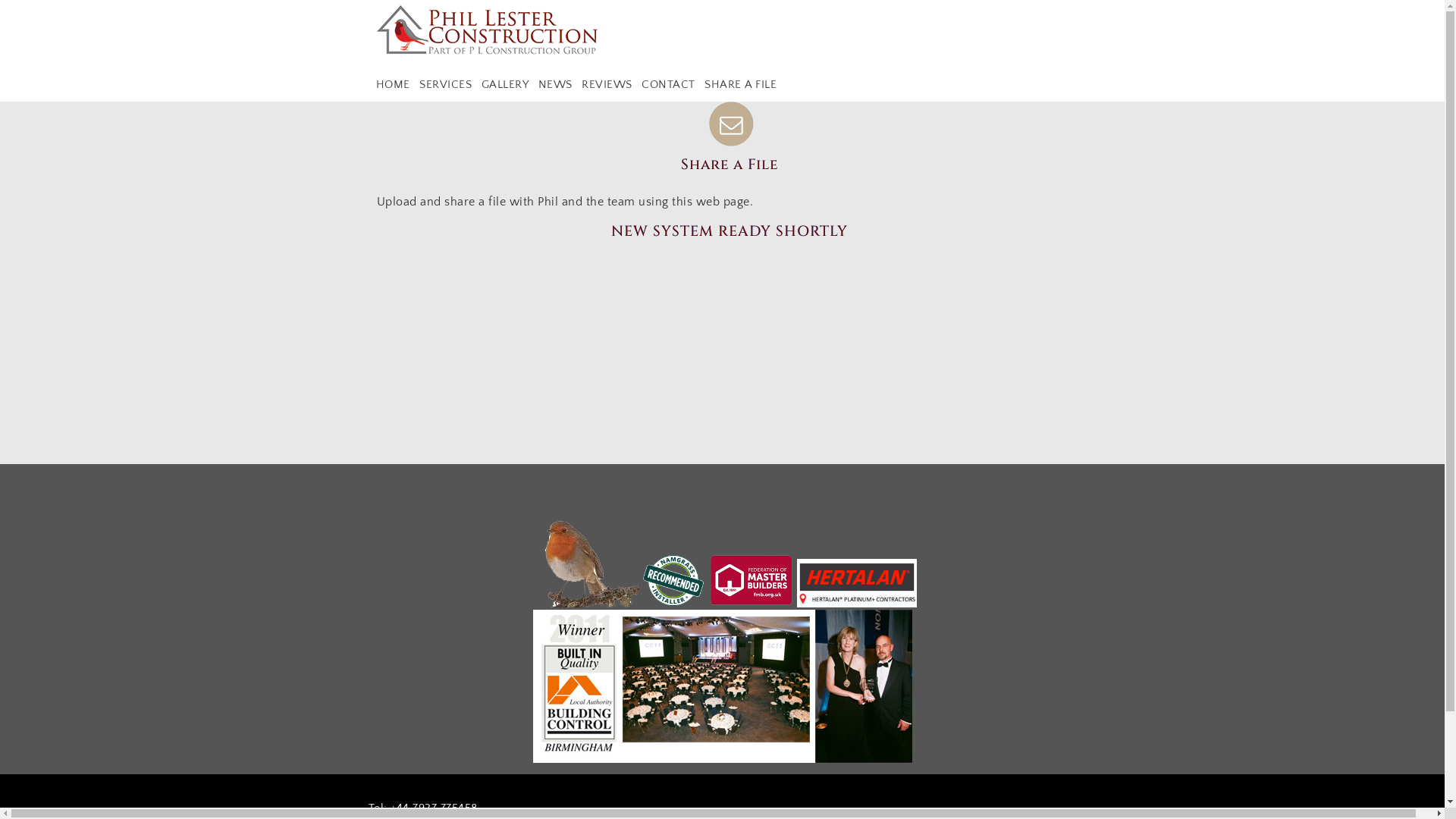 Image resolution: width=1456 pixels, height=819 pixels. I want to click on 'GALLERY', so click(504, 84).